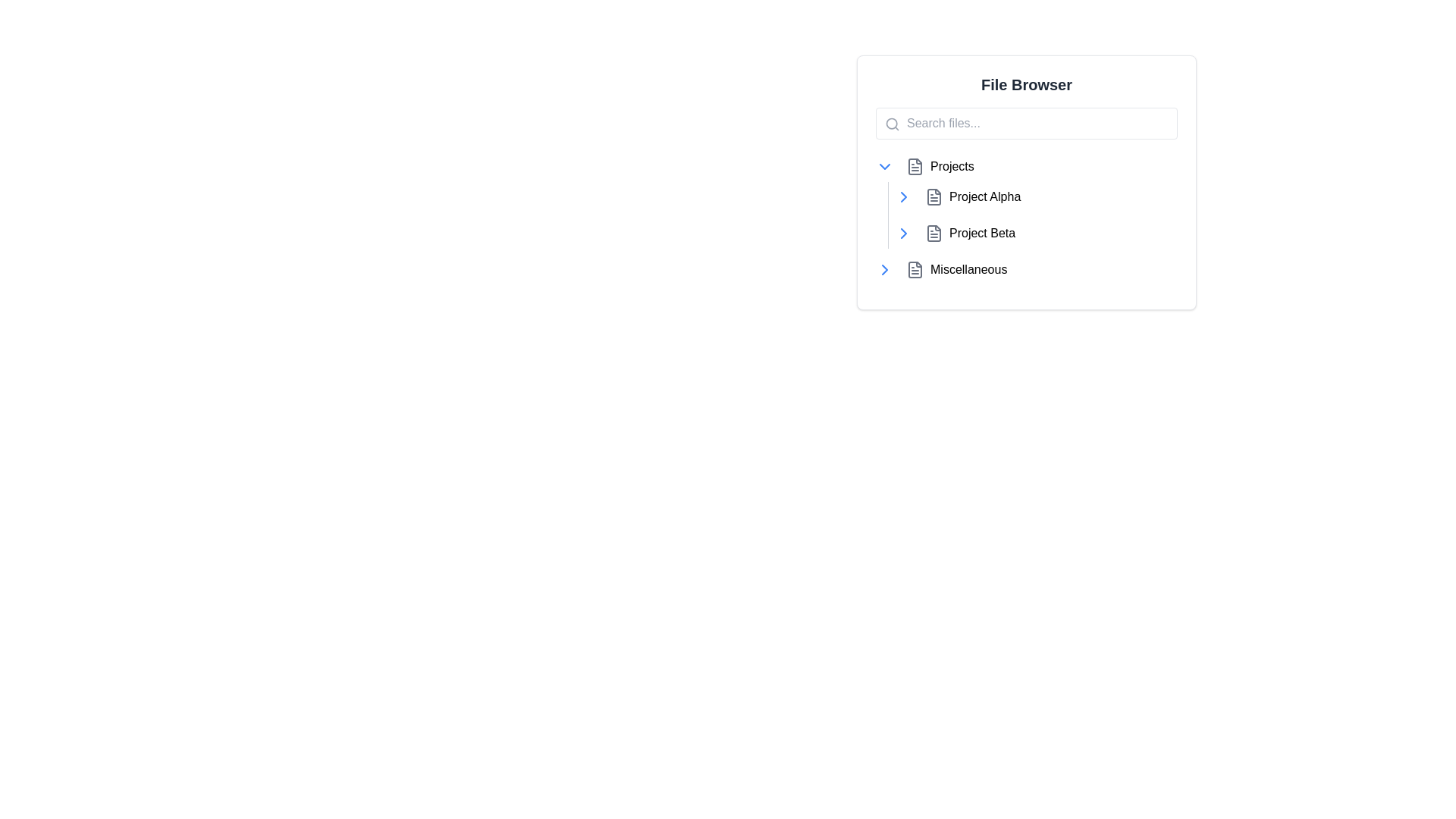 The height and width of the screenshot is (819, 1456). What do you see at coordinates (914, 166) in the screenshot?
I see `the document icon styled in gray, located to the left of the 'Projects' label` at bounding box center [914, 166].